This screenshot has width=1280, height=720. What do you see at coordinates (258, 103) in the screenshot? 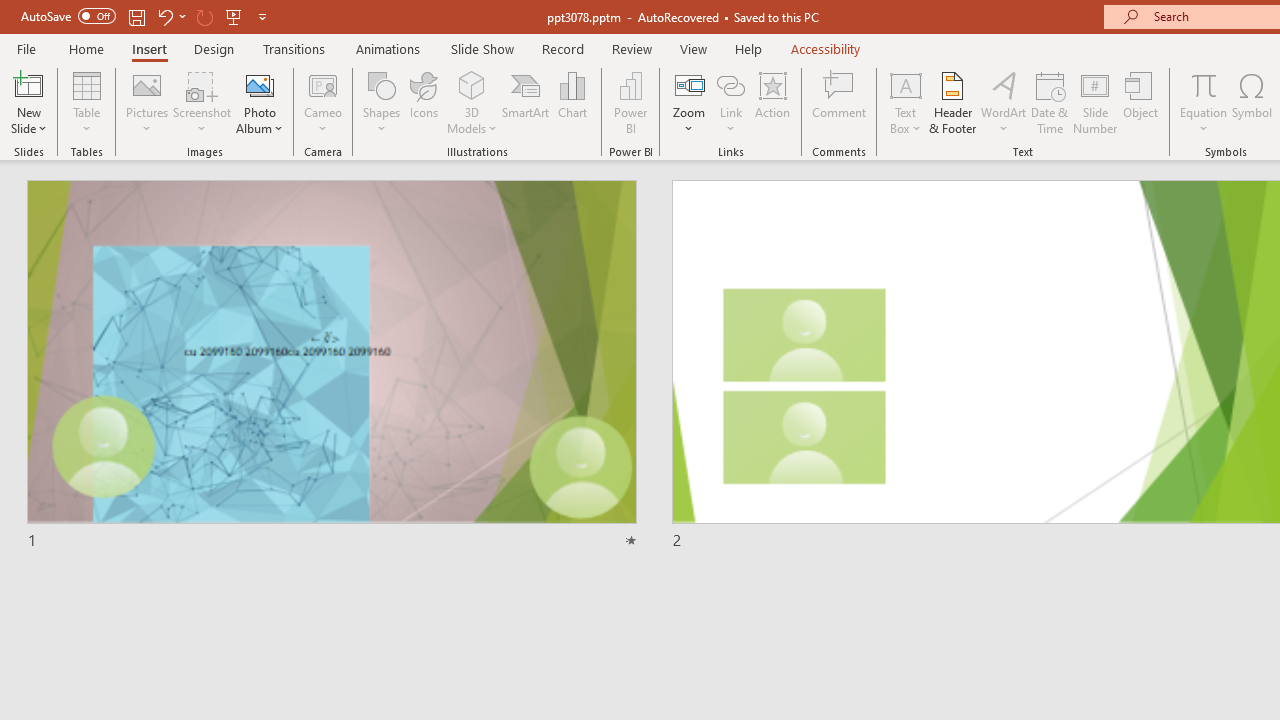
I see `'Photo Album...'` at bounding box center [258, 103].